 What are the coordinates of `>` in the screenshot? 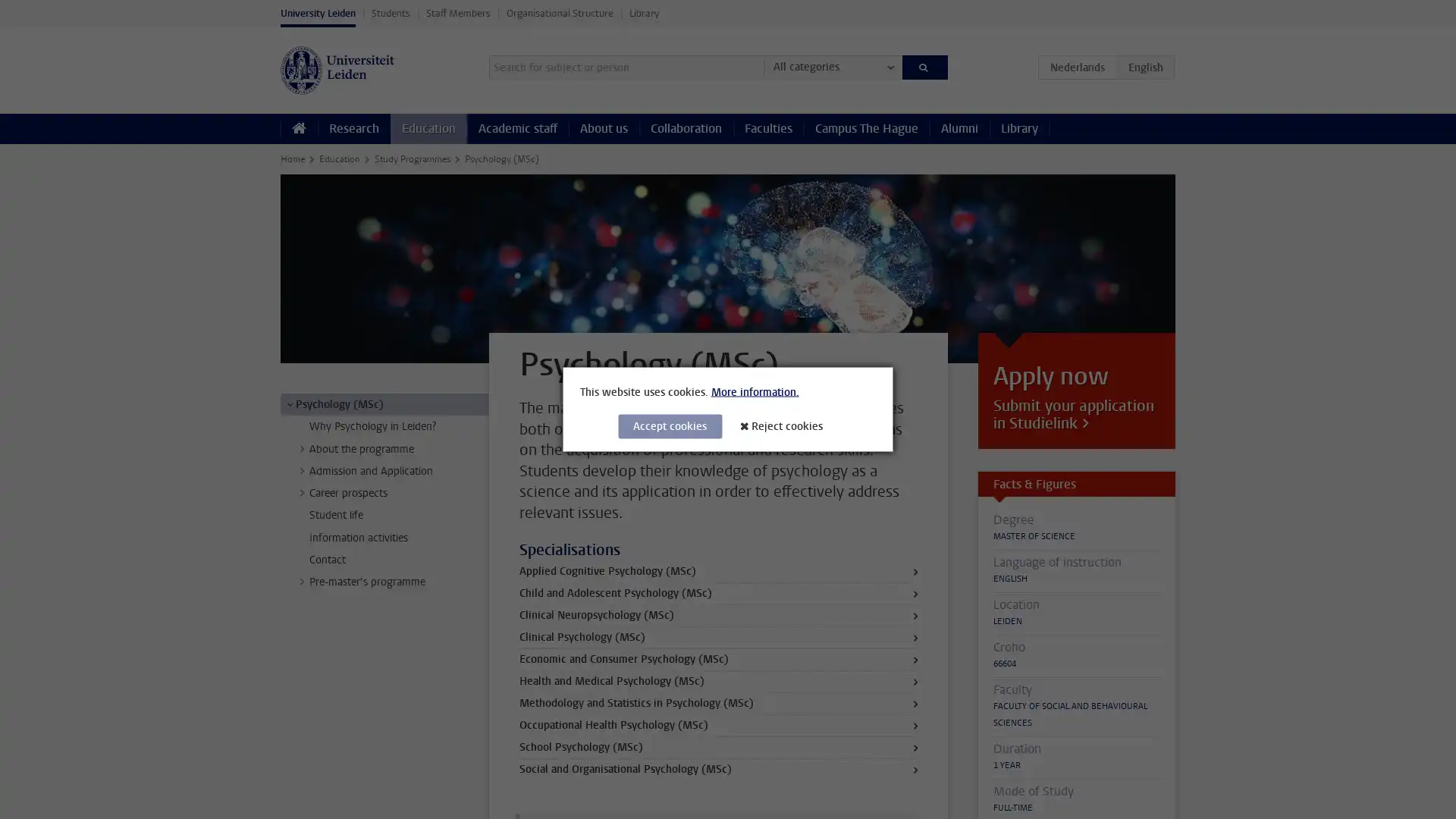 It's located at (290, 403).